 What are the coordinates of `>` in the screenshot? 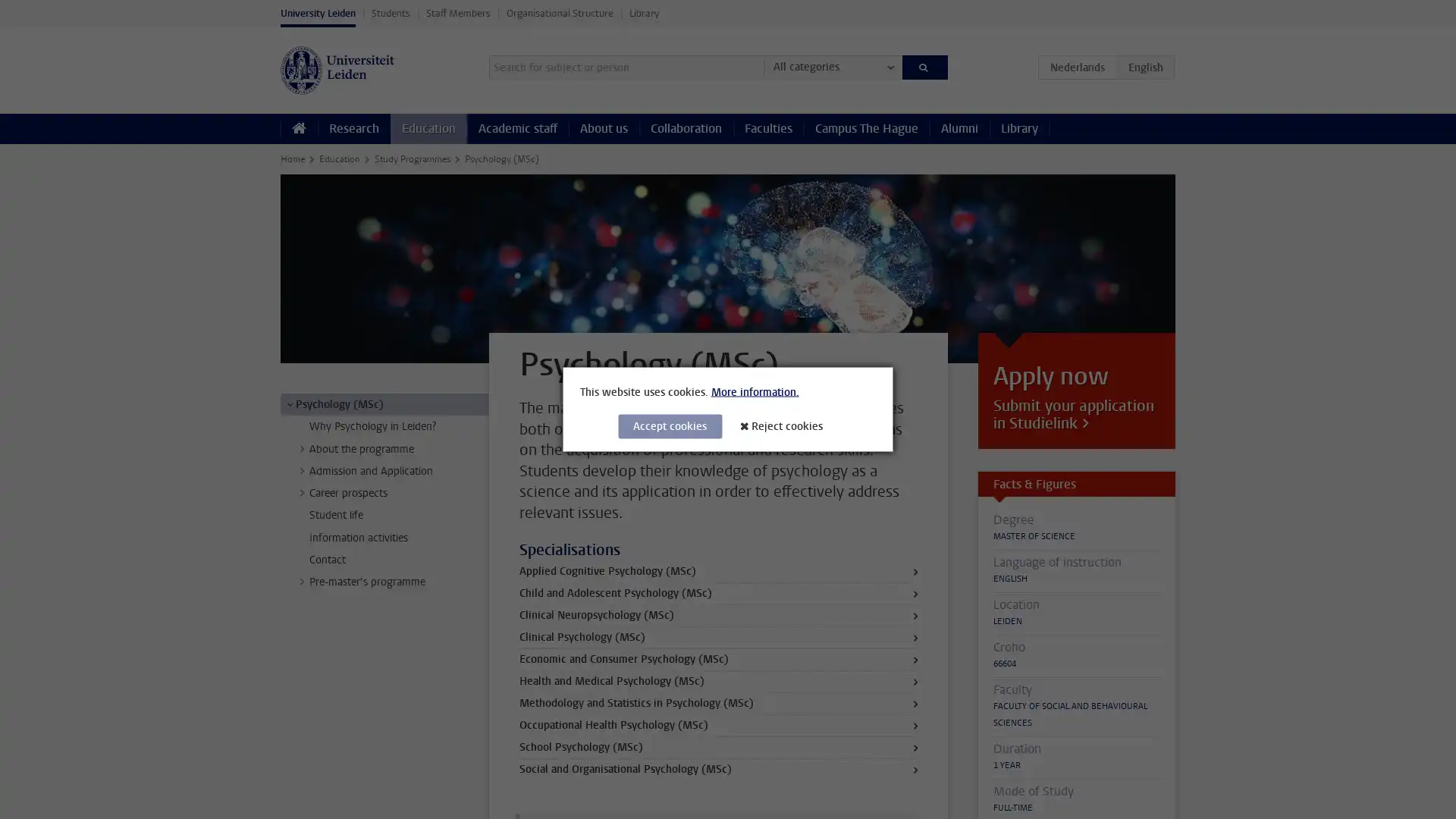 It's located at (290, 403).